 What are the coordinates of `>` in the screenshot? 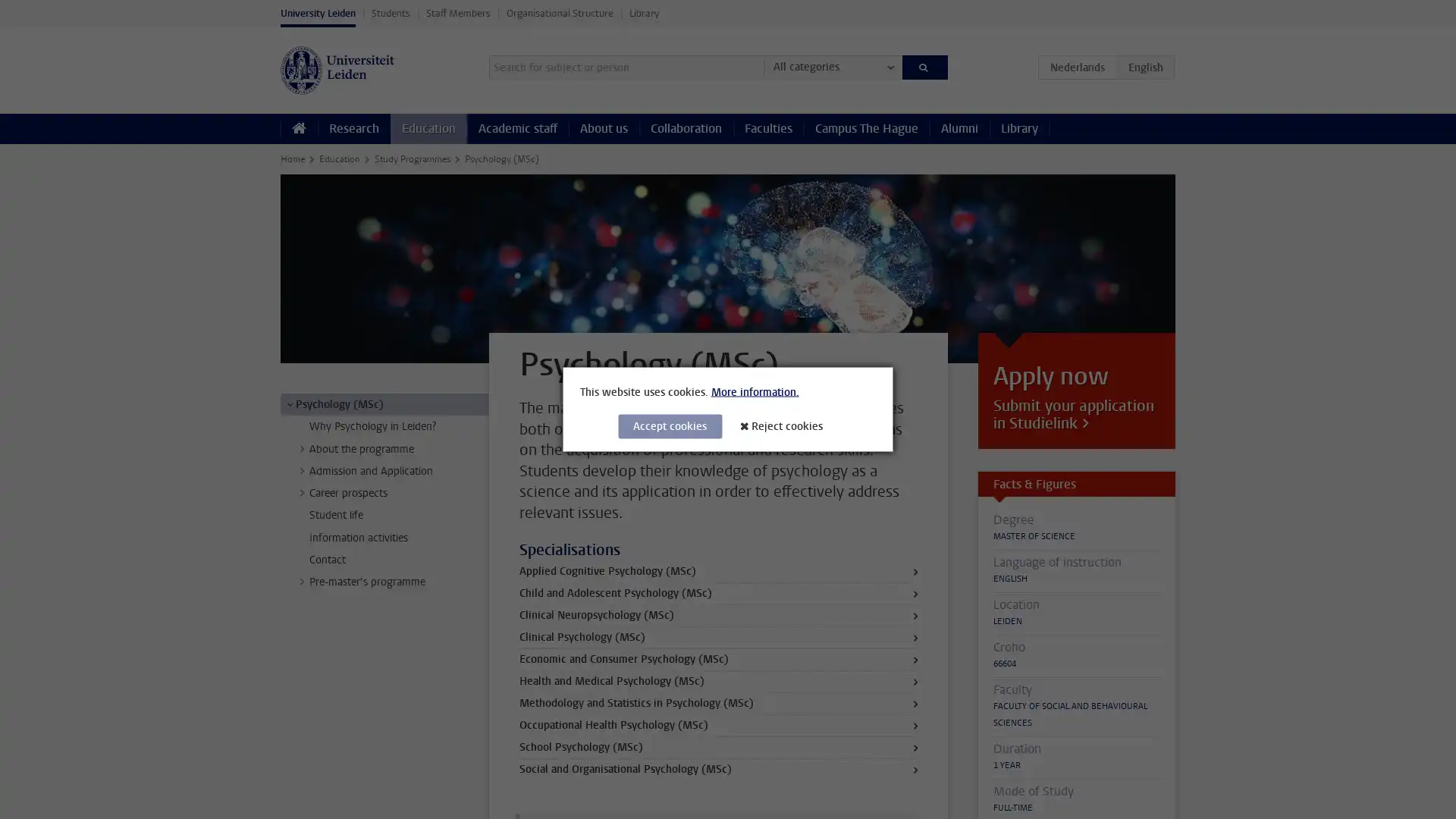 It's located at (290, 403).